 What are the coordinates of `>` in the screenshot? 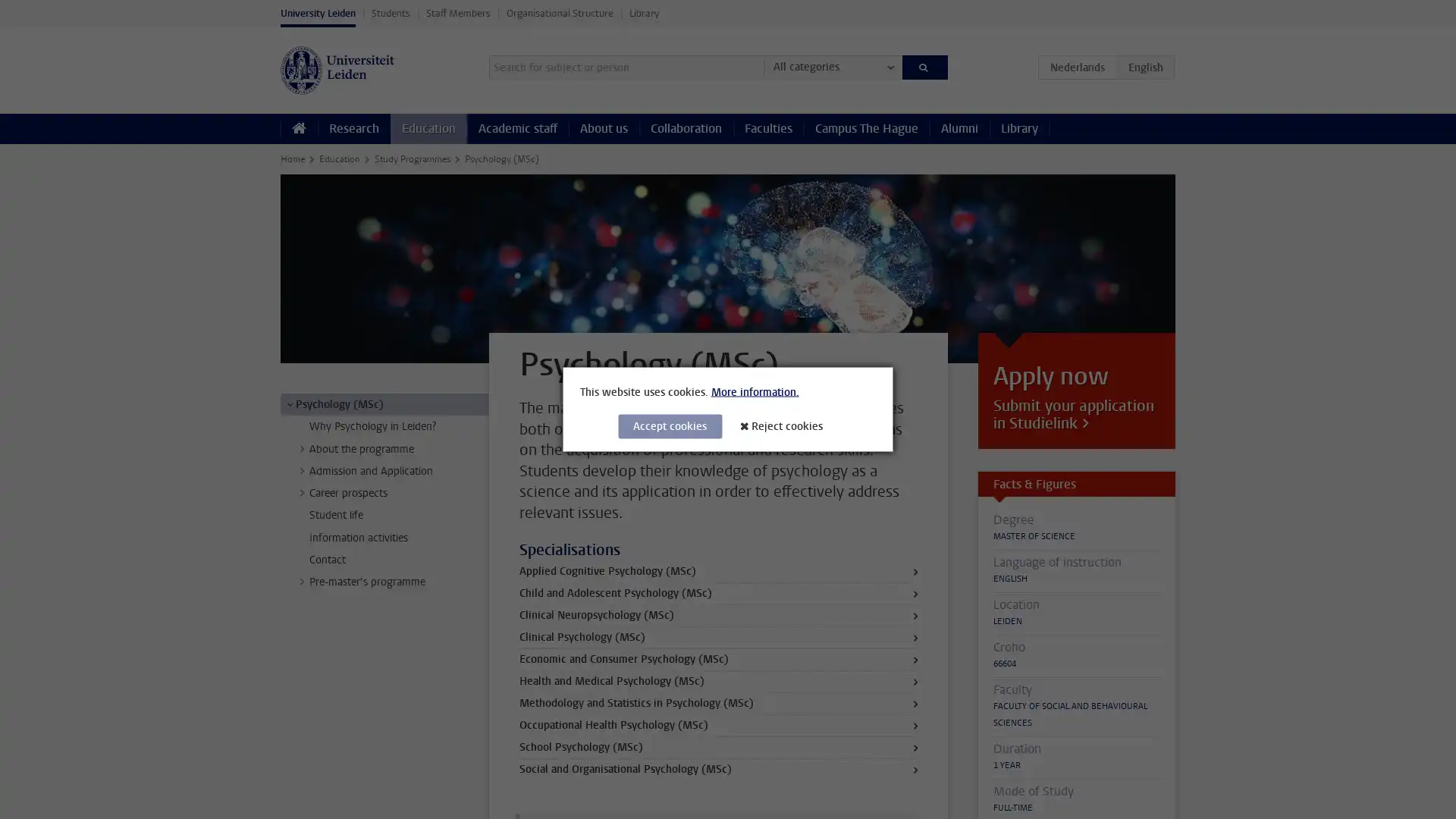 It's located at (290, 403).